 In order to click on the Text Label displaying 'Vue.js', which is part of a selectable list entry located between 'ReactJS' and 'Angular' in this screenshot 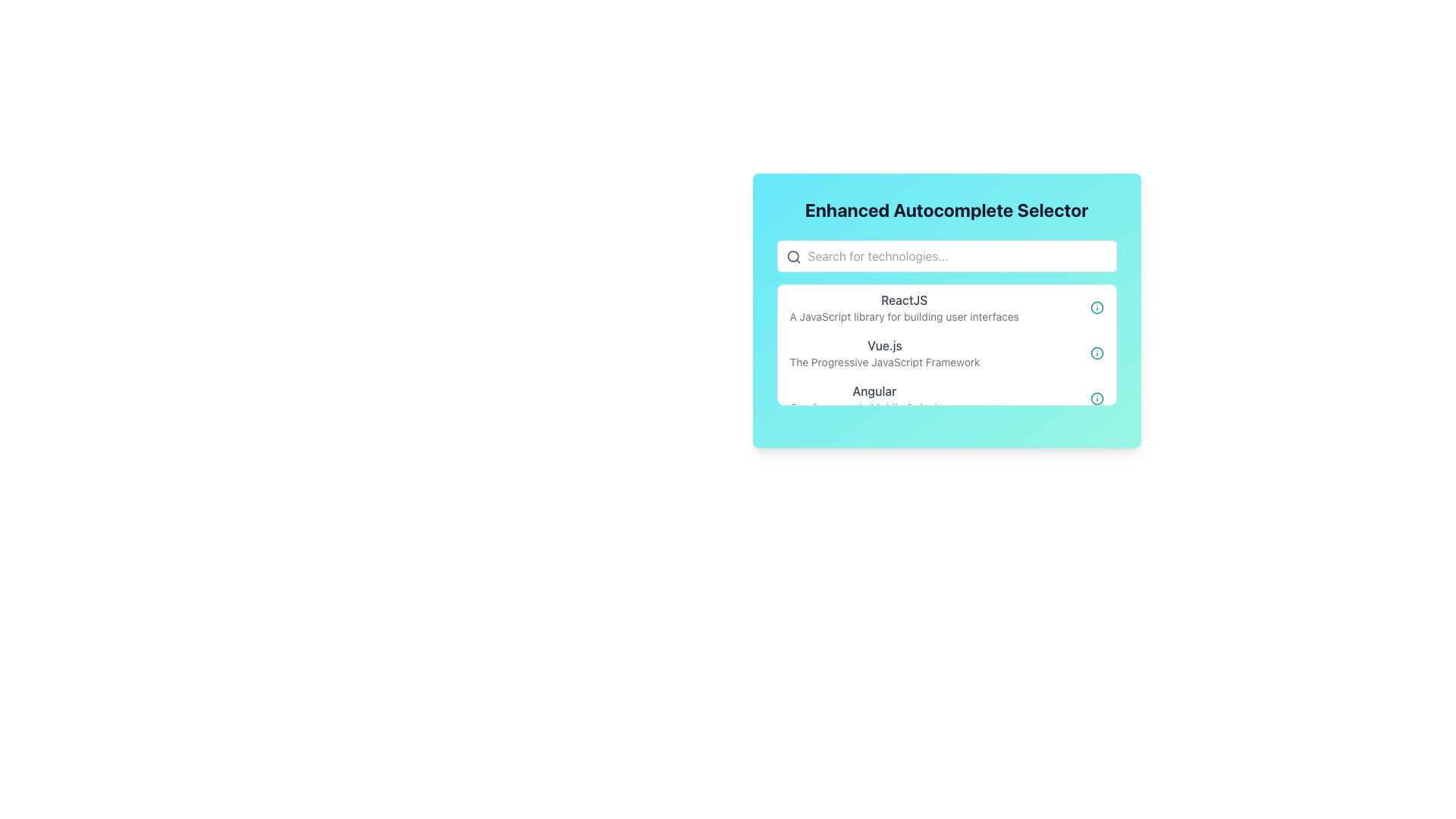, I will do `click(884, 345)`.